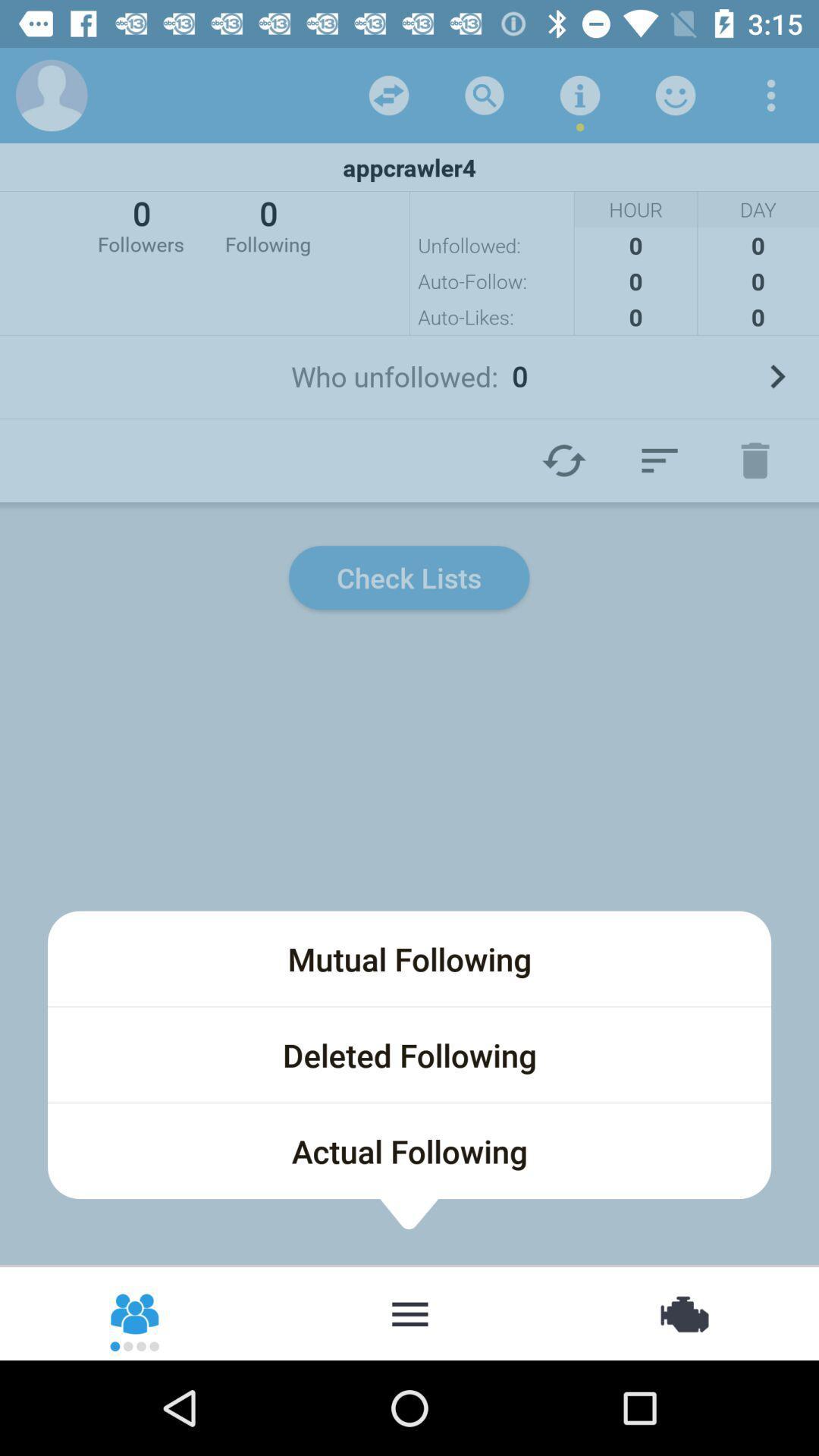 Image resolution: width=819 pixels, height=1456 pixels. What do you see at coordinates (409, 1312) in the screenshot?
I see `more options` at bounding box center [409, 1312].